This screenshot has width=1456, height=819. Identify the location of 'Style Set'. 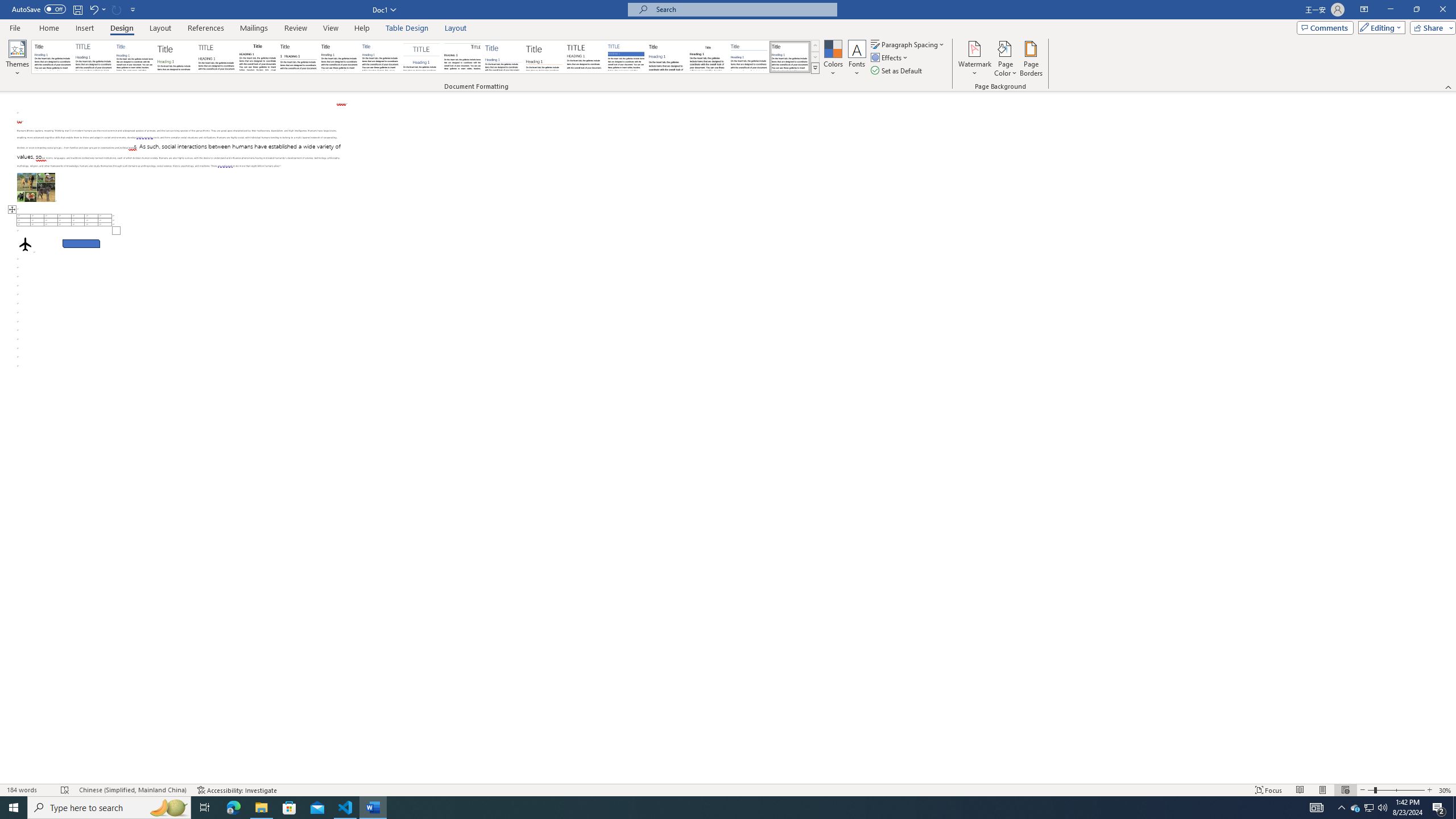
(814, 67).